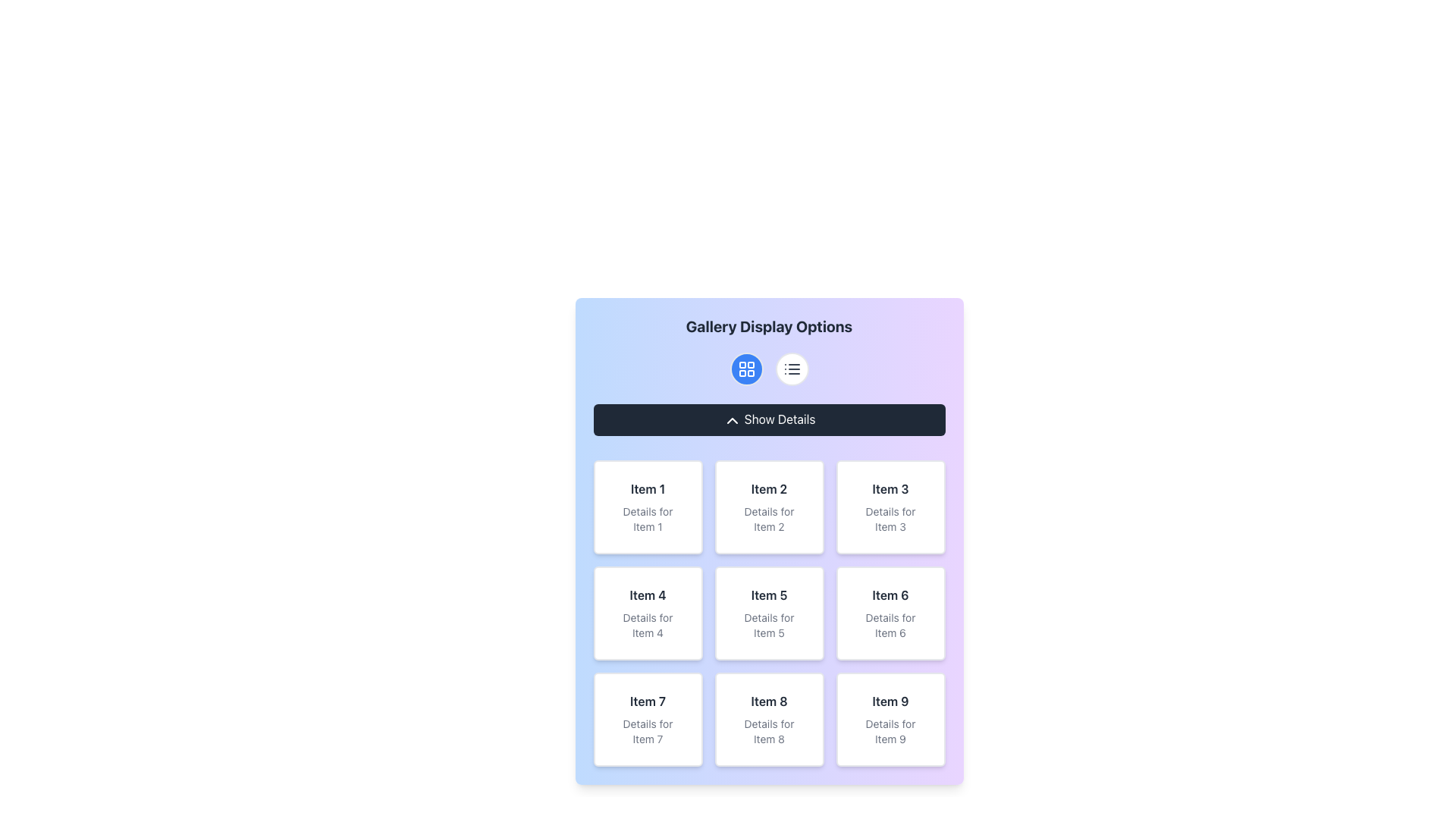  I want to click on the Static Text Label located in the first position of the second row of grid items, which identifies the associated gallery item above 'Details for Item 4', so click(648, 594).